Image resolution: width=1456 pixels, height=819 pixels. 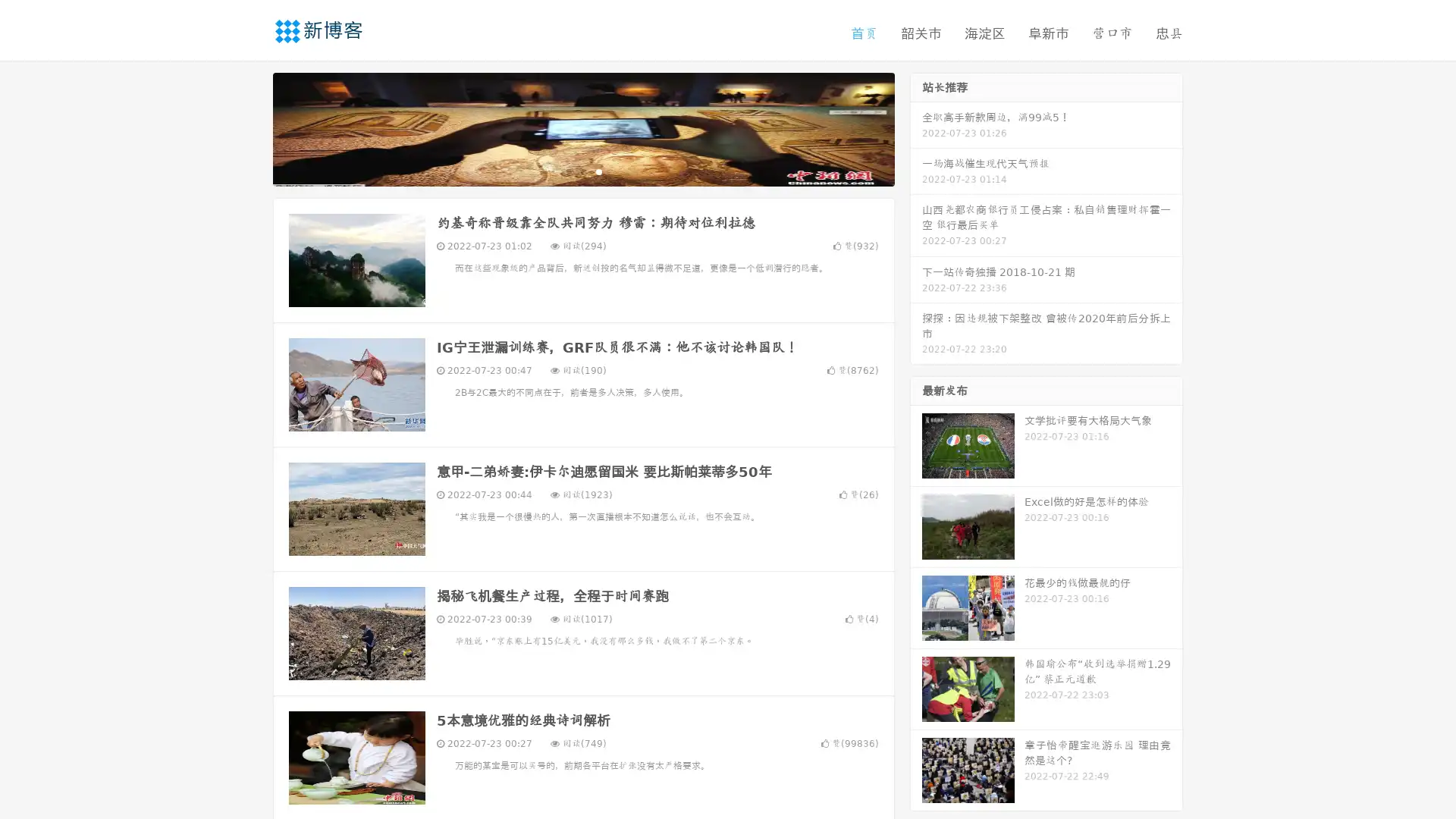 I want to click on Go to slide 3, so click(x=598, y=171).